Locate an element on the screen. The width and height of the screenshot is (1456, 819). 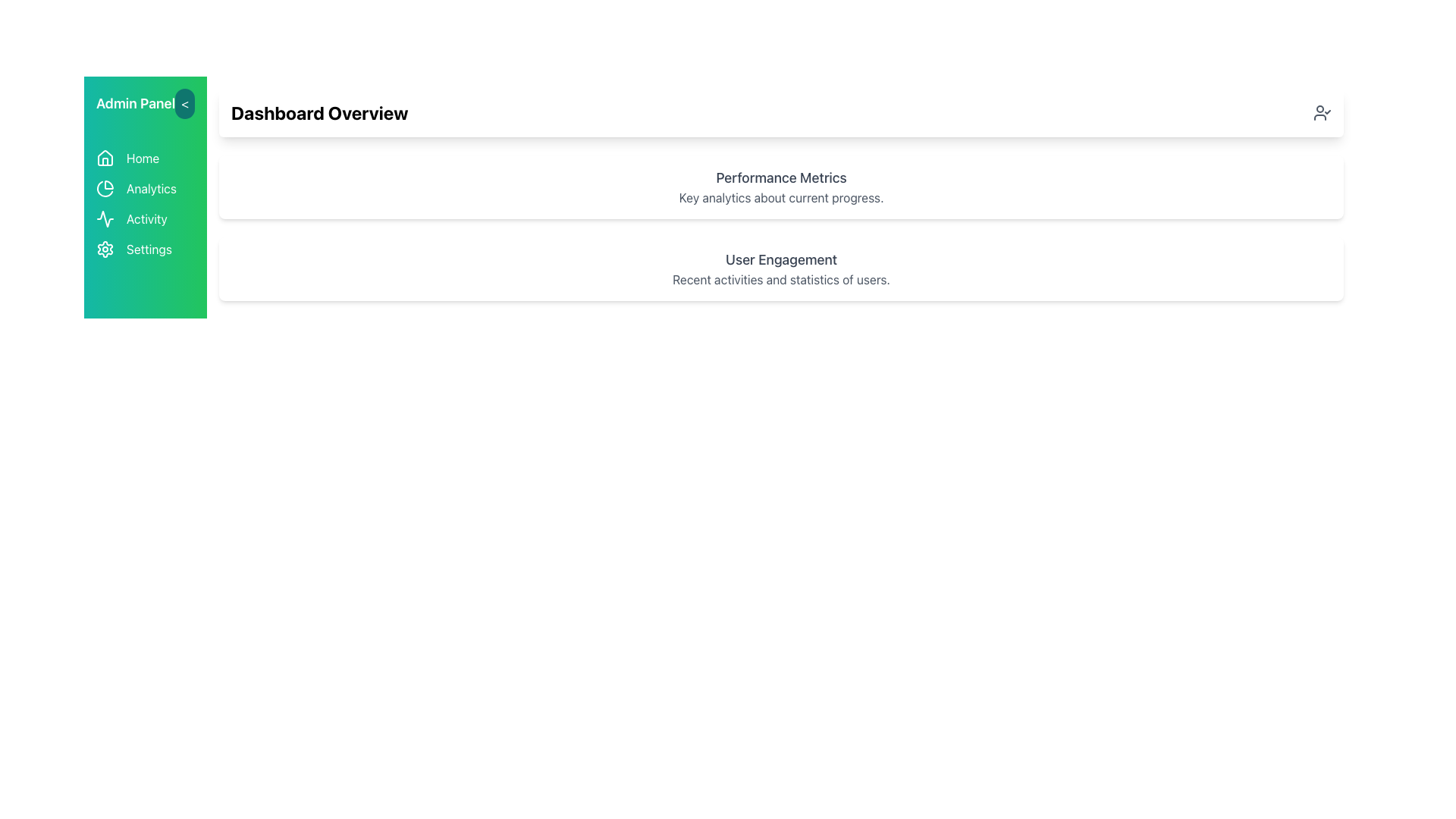
the 'Analytics' text label in the vertical navigation menu is located at coordinates (152, 188).